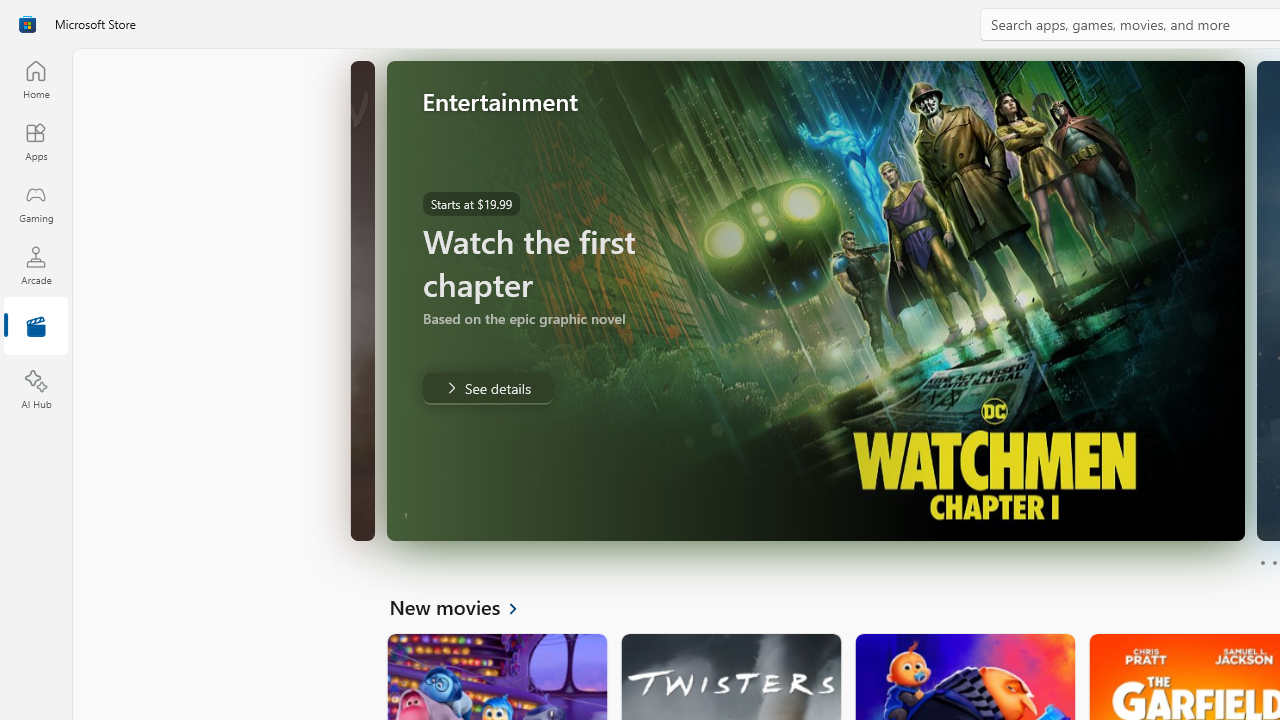  I want to click on 'AI Hub', so click(35, 390).